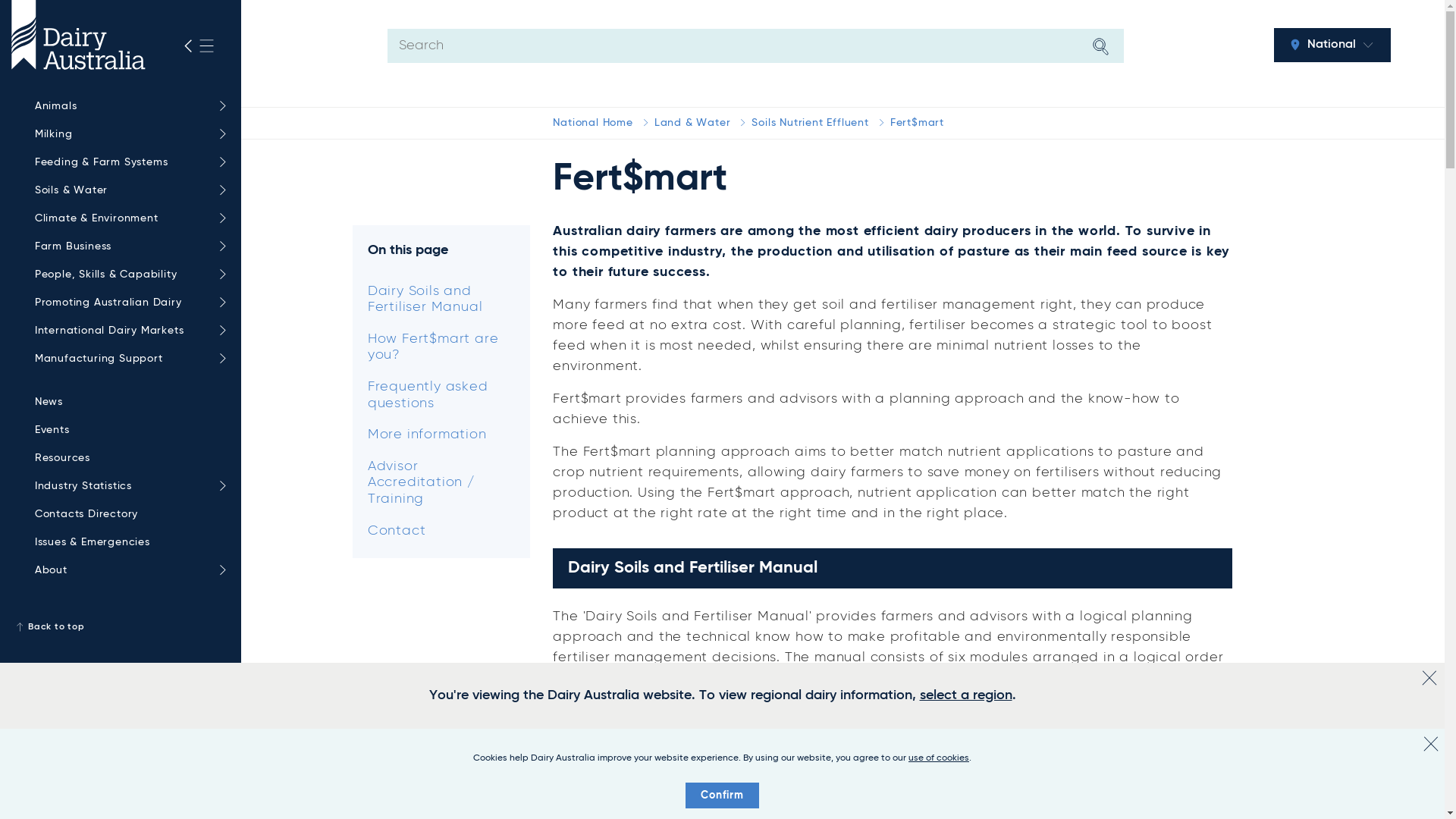  I want to click on 'Contact', so click(352, 531).